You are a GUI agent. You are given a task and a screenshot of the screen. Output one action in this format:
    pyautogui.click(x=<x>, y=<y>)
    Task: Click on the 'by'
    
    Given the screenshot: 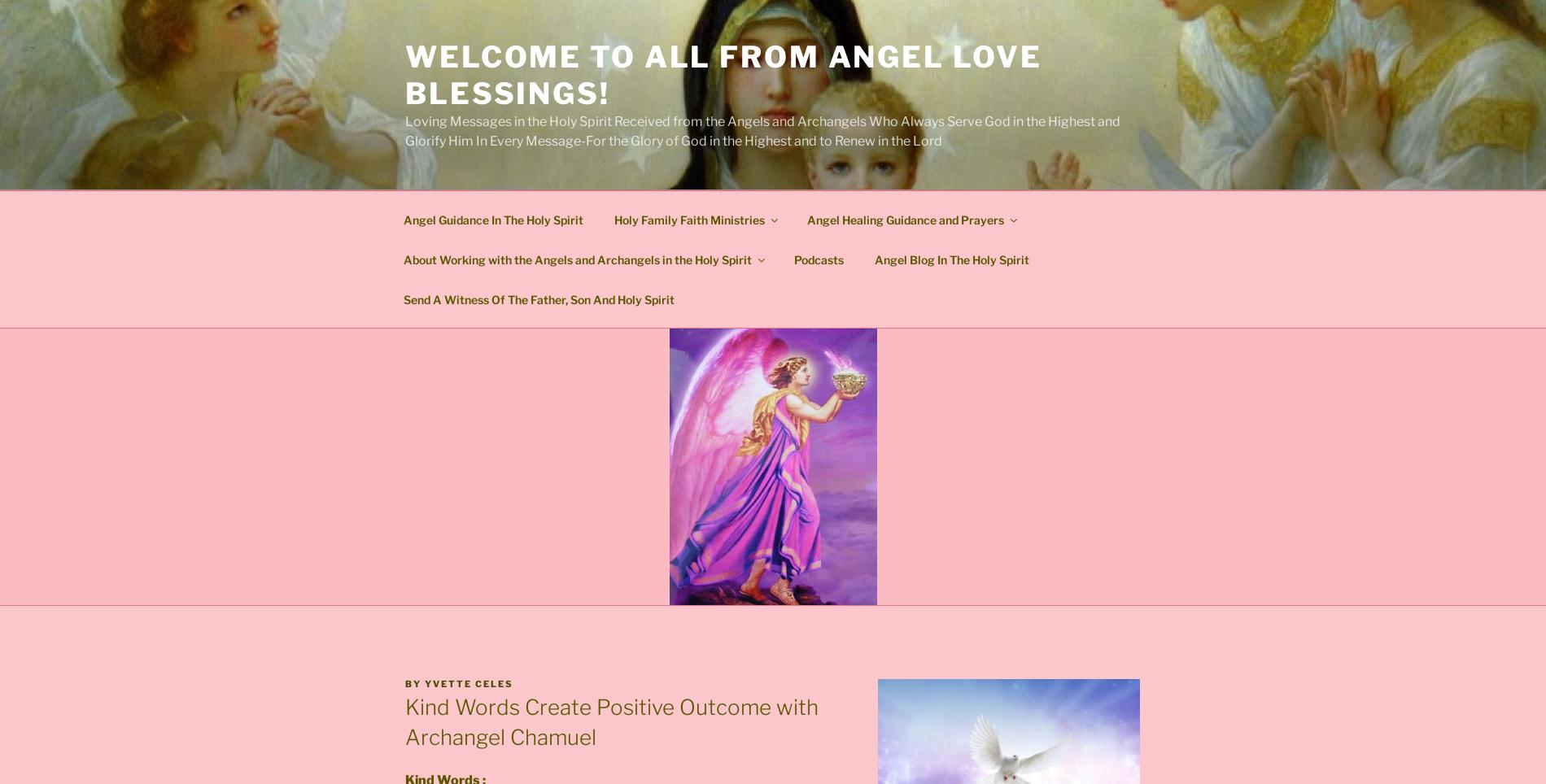 What is the action you would take?
    pyautogui.click(x=404, y=682)
    